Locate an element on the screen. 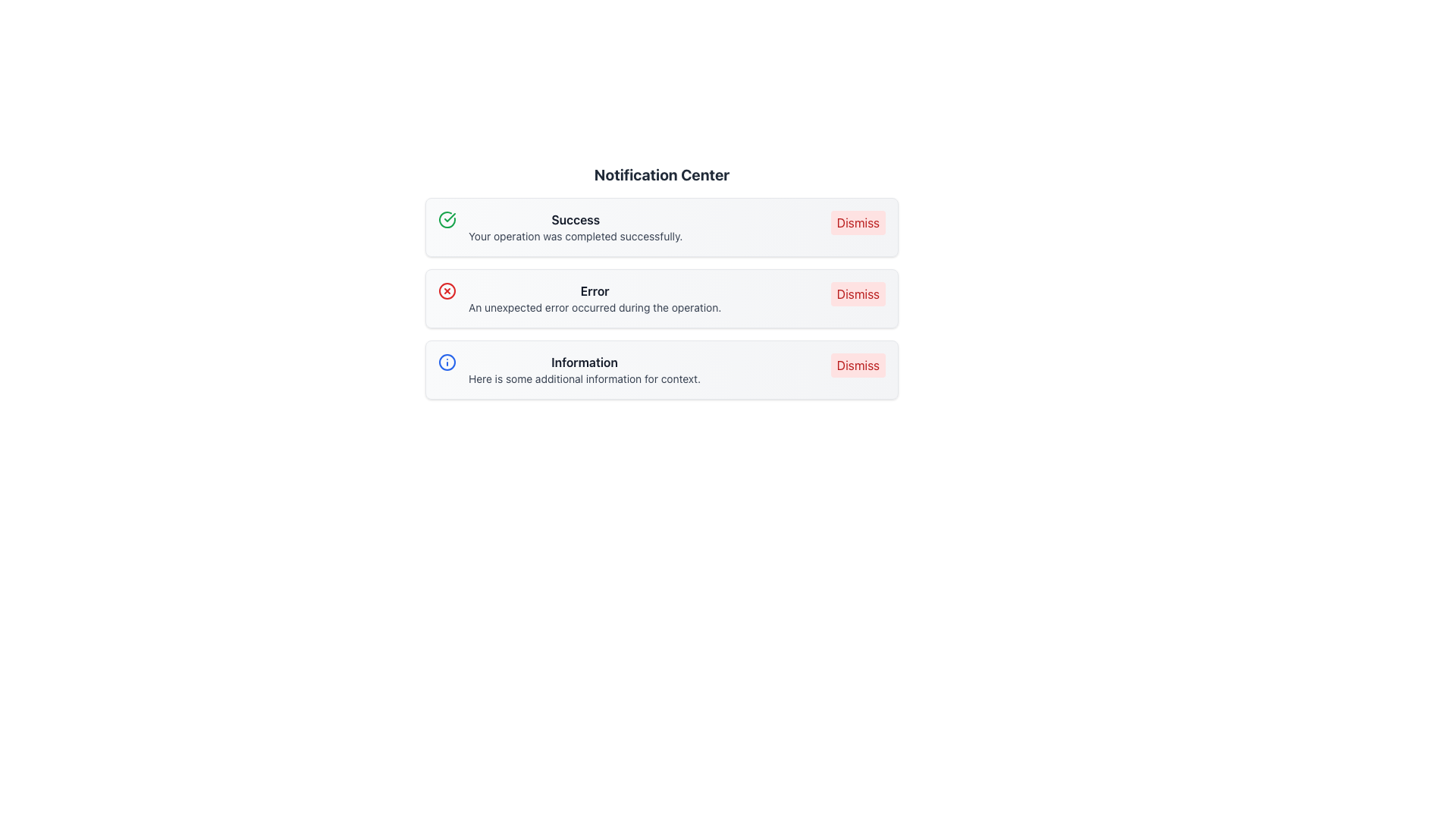 This screenshot has width=1456, height=819. the Notification panel that has a gradient background, contains an 'Information' title, a brief description, and a 'Dismiss' button is located at coordinates (662, 370).